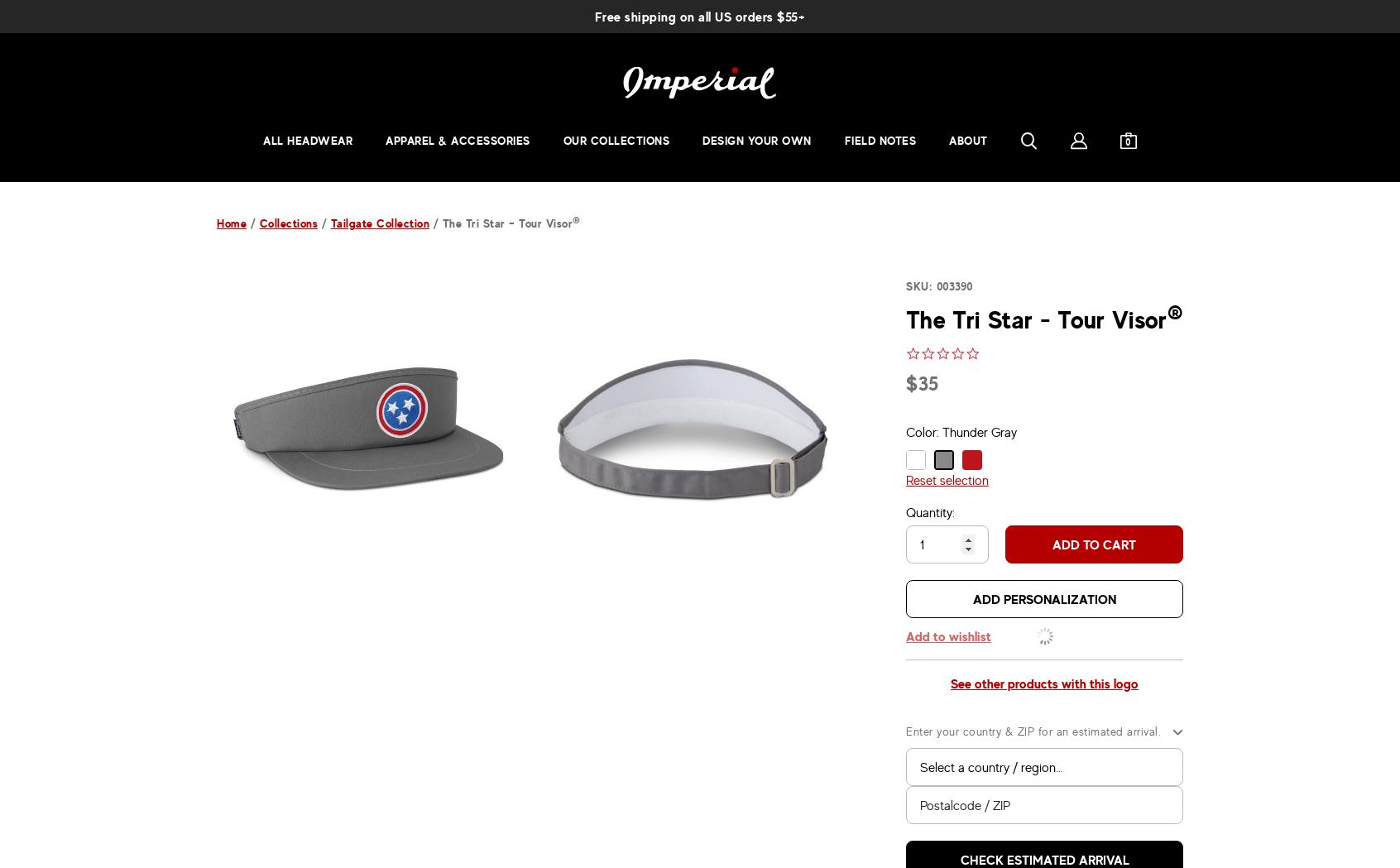 The image size is (1400, 868). What do you see at coordinates (1044, 597) in the screenshot?
I see `'Add personalization'` at bounding box center [1044, 597].